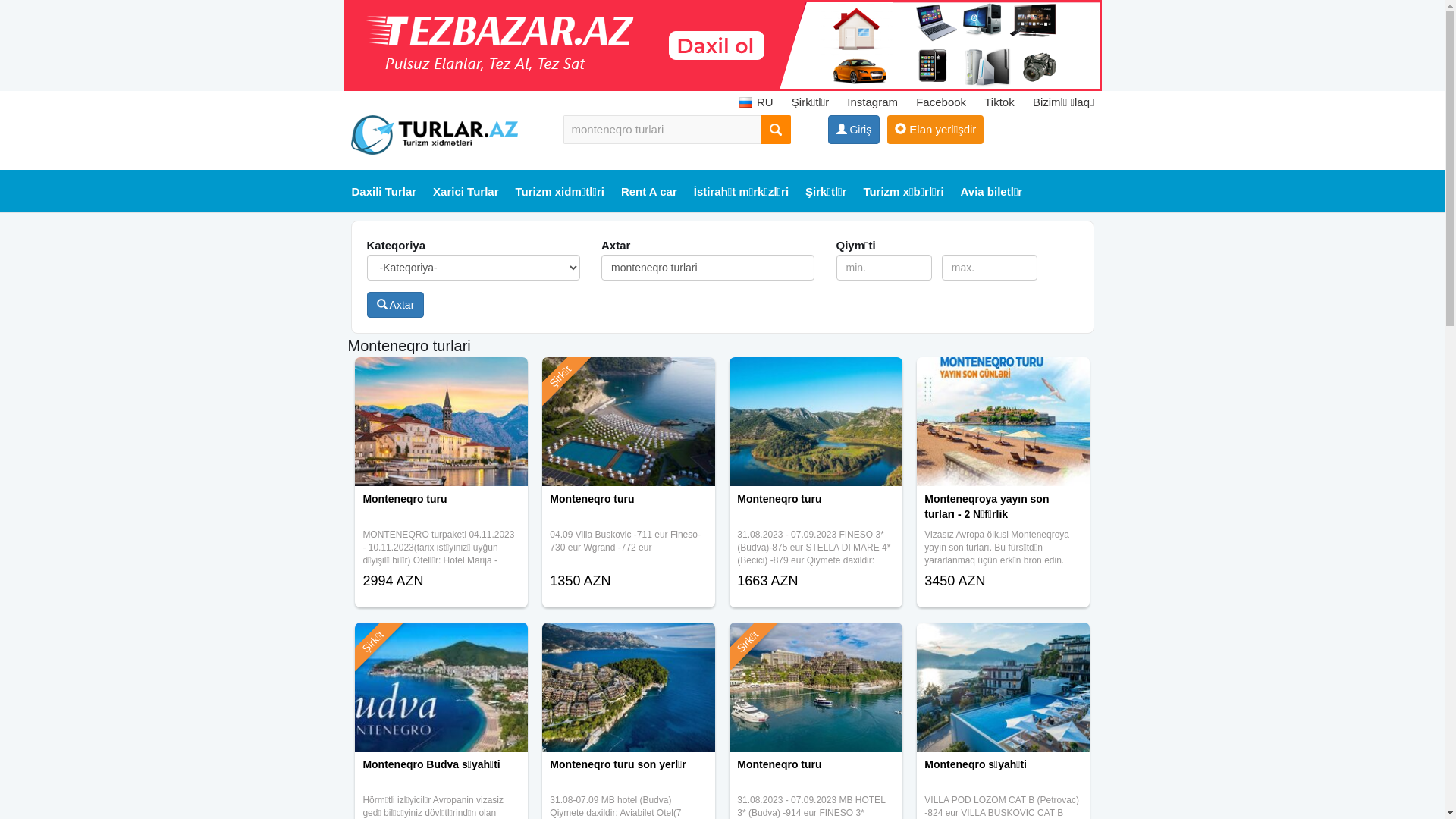 Image resolution: width=1456 pixels, height=819 pixels. Describe the element at coordinates (814, 511) in the screenshot. I see `'Monteneqro turu'` at that location.